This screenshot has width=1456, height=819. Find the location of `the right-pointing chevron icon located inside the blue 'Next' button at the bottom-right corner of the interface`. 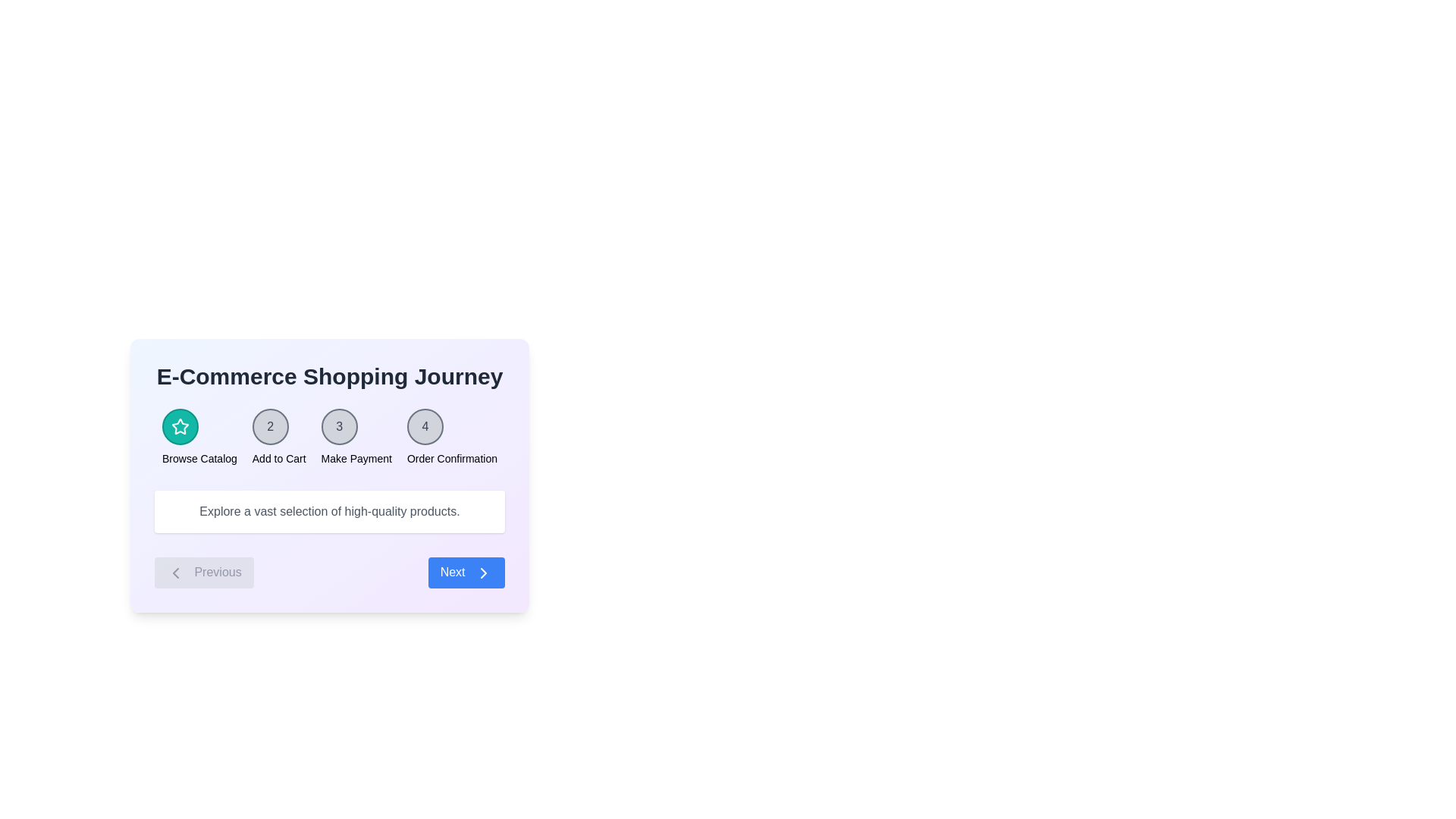

the right-pointing chevron icon located inside the blue 'Next' button at the bottom-right corner of the interface is located at coordinates (483, 573).